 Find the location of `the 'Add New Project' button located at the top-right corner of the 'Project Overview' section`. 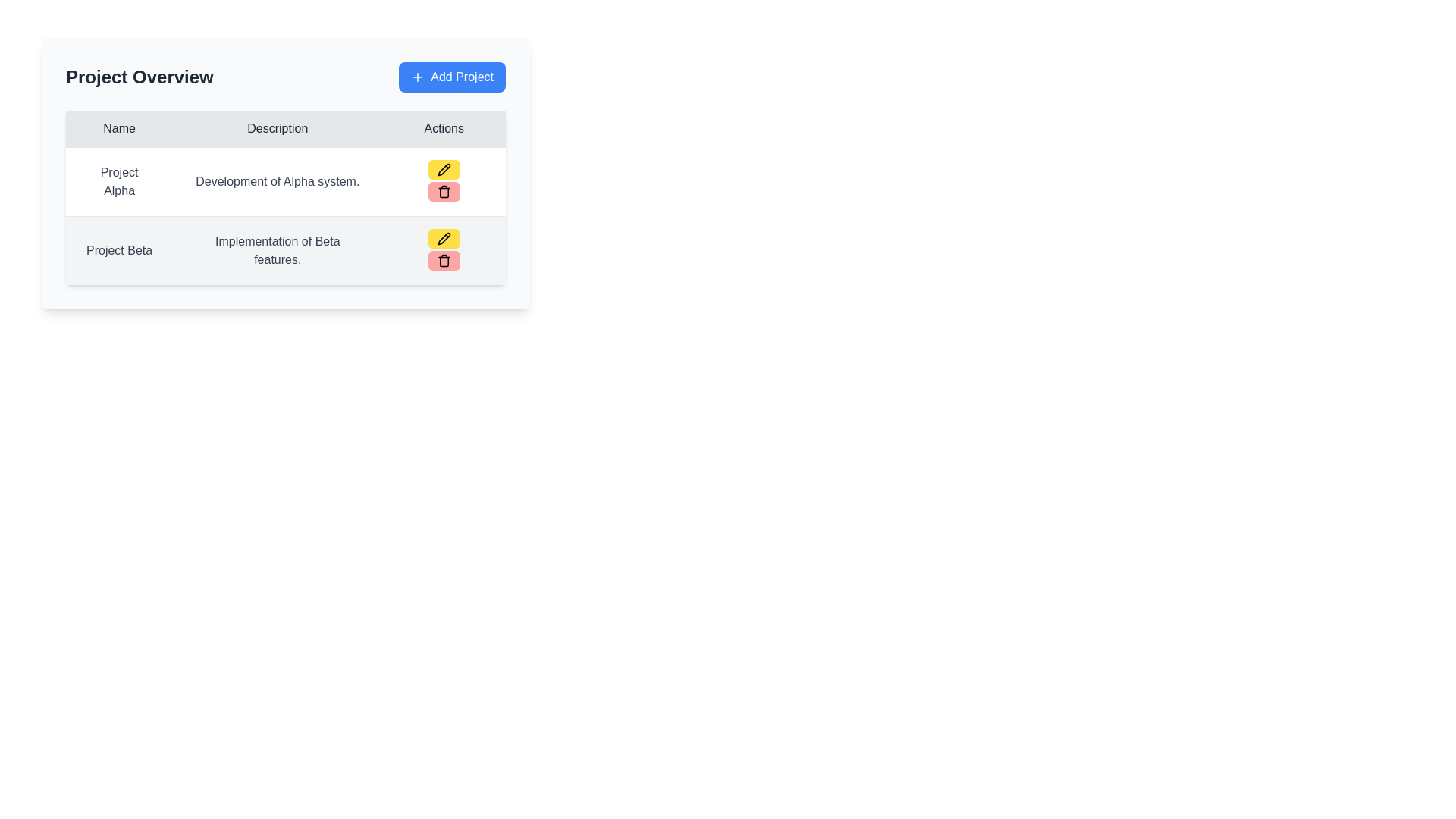

the 'Add New Project' button located at the top-right corner of the 'Project Overview' section is located at coordinates (451, 77).